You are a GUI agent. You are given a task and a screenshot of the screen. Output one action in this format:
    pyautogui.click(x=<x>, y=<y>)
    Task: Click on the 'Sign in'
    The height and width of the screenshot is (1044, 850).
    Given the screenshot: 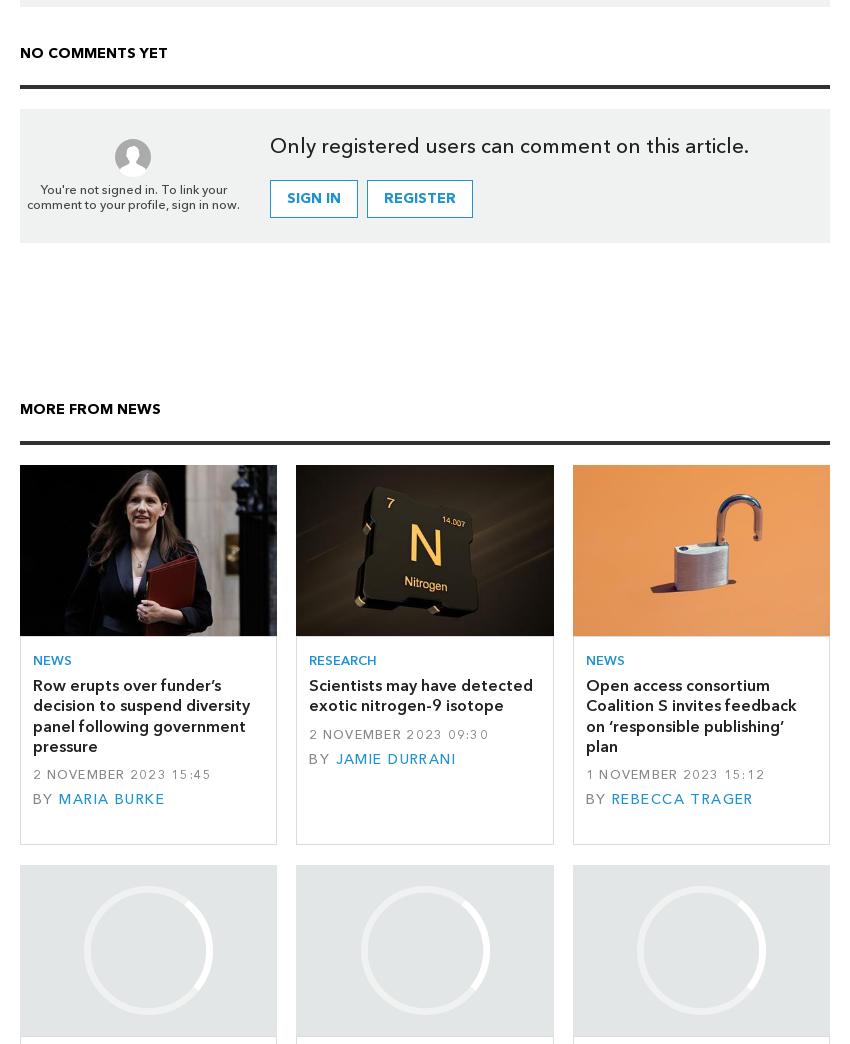 What is the action you would take?
    pyautogui.click(x=285, y=198)
    